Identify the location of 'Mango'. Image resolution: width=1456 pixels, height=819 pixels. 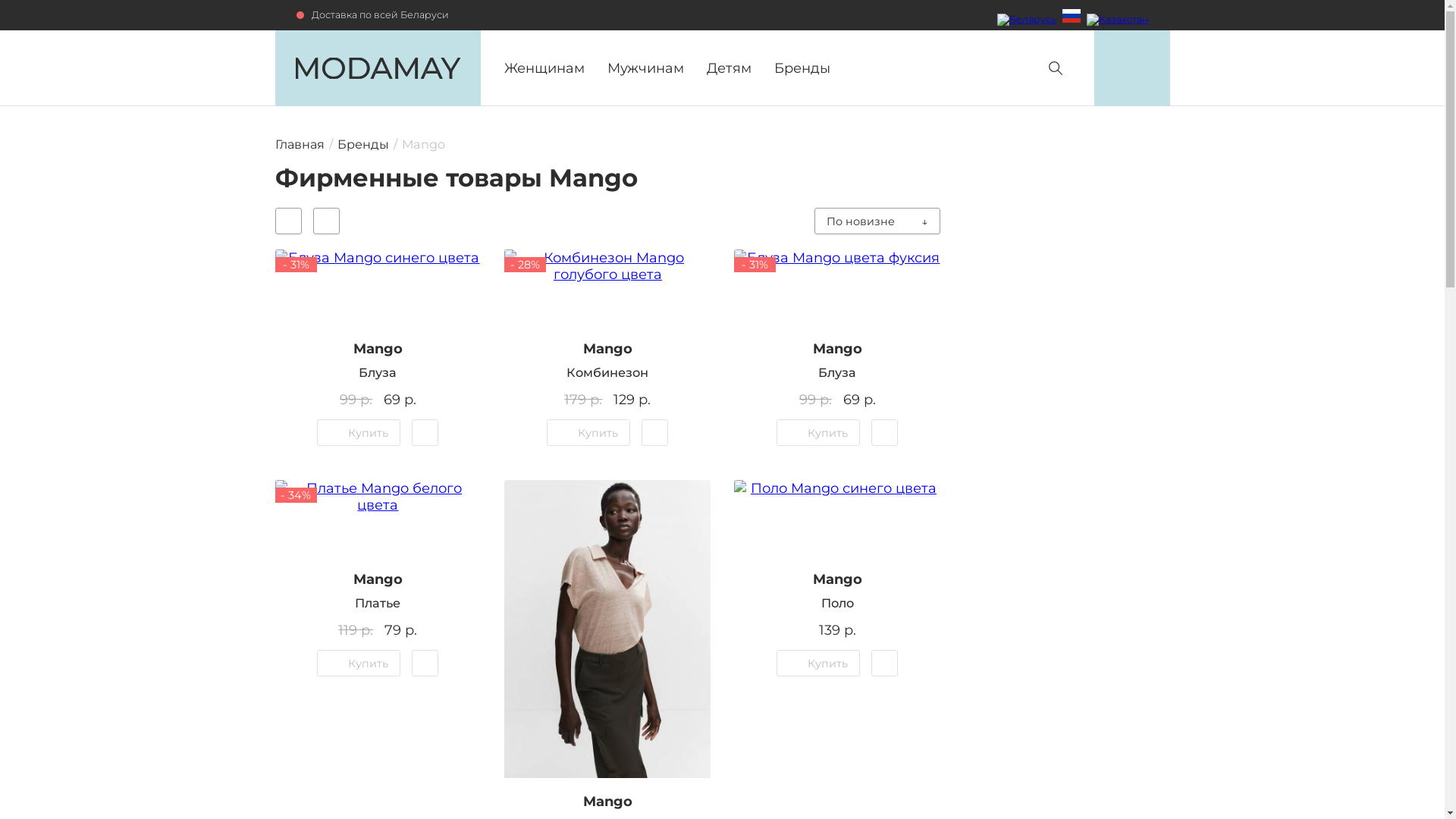
(607, 800).